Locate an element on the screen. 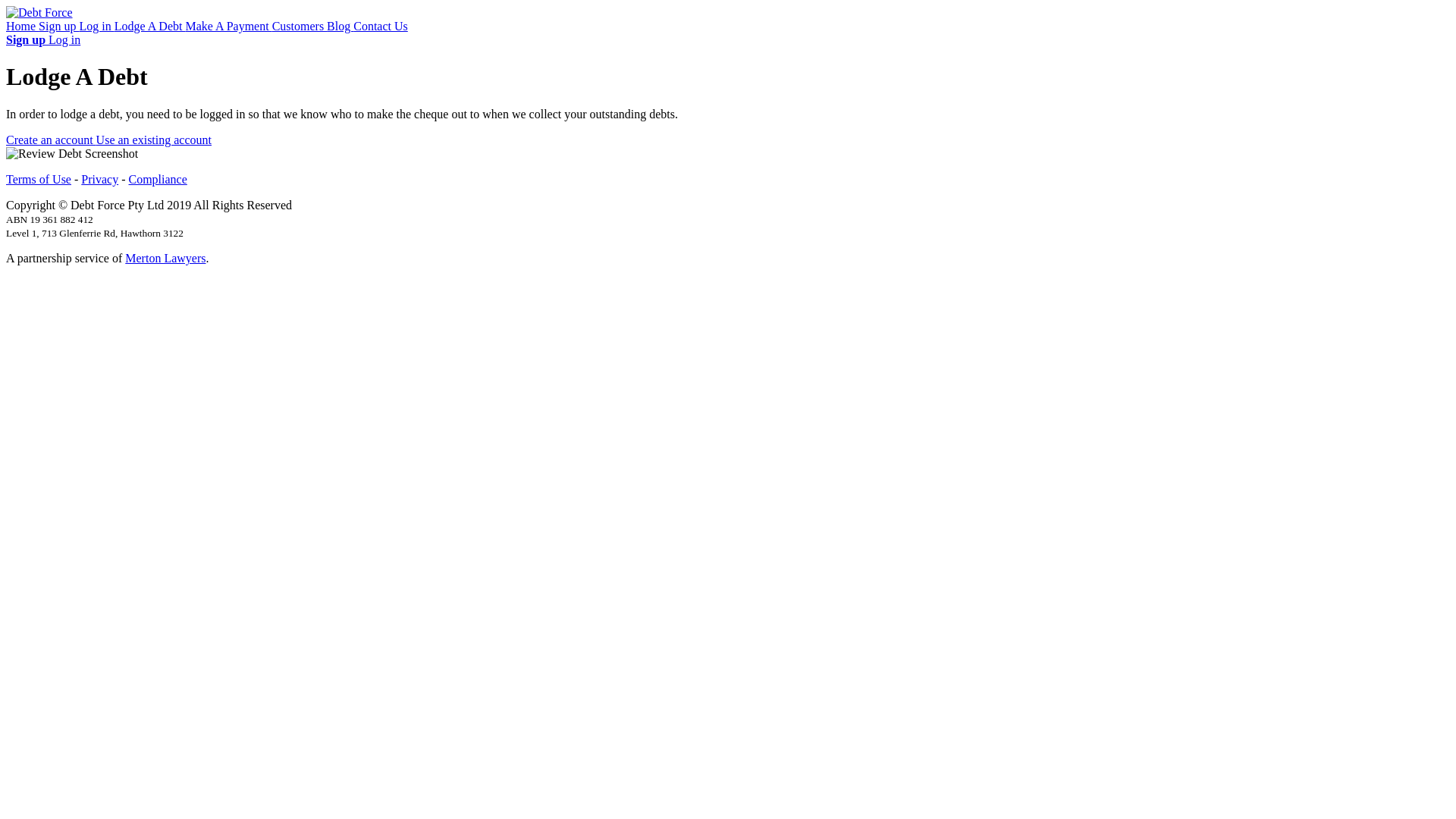 This screenshot has height=819, width=1456. 'Debt Force' is located at coordinates (39, 12).